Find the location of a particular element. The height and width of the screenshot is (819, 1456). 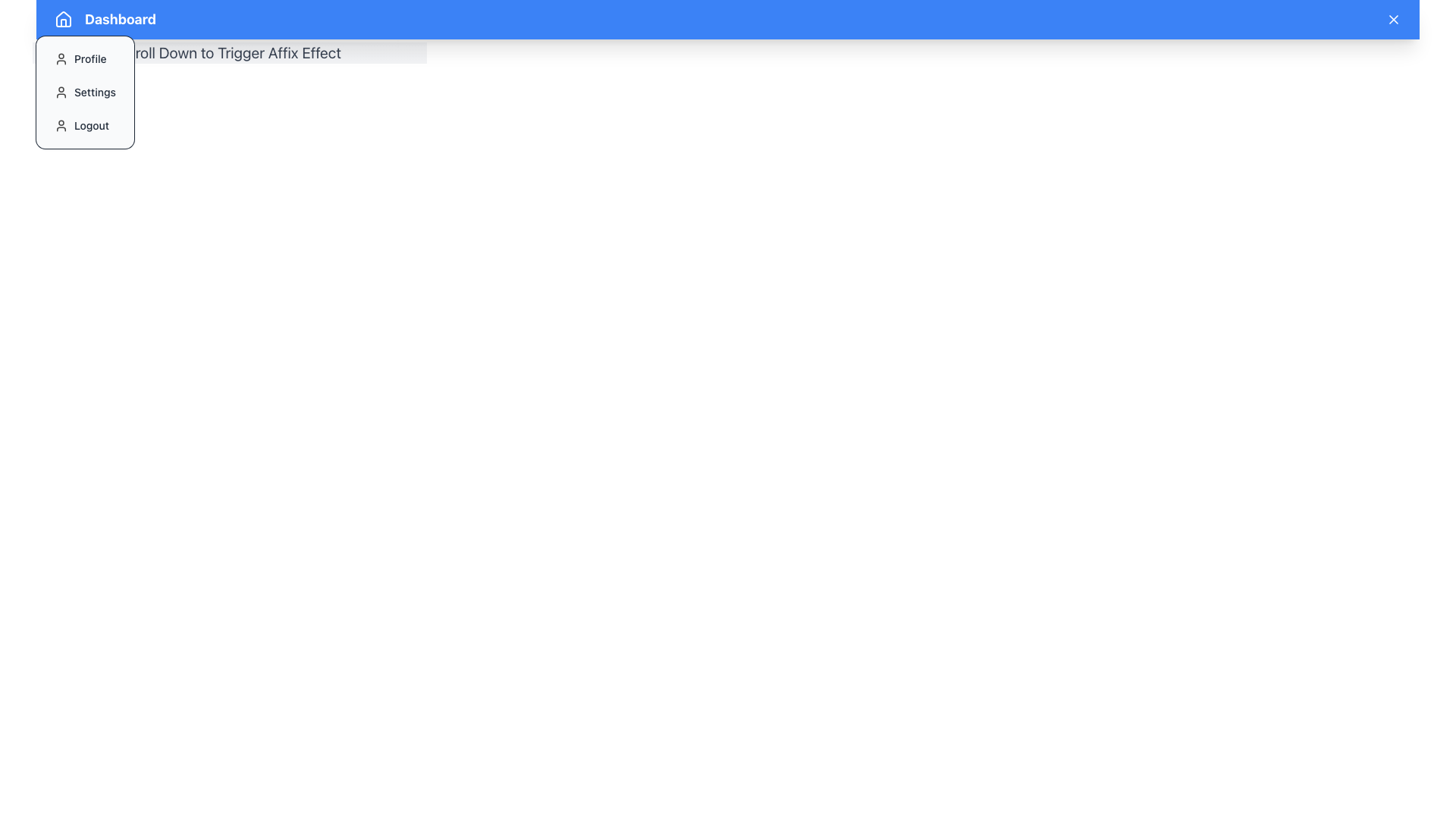

the house-shaped icon located on the left side of the header bar is located at coordinates (62, 20).